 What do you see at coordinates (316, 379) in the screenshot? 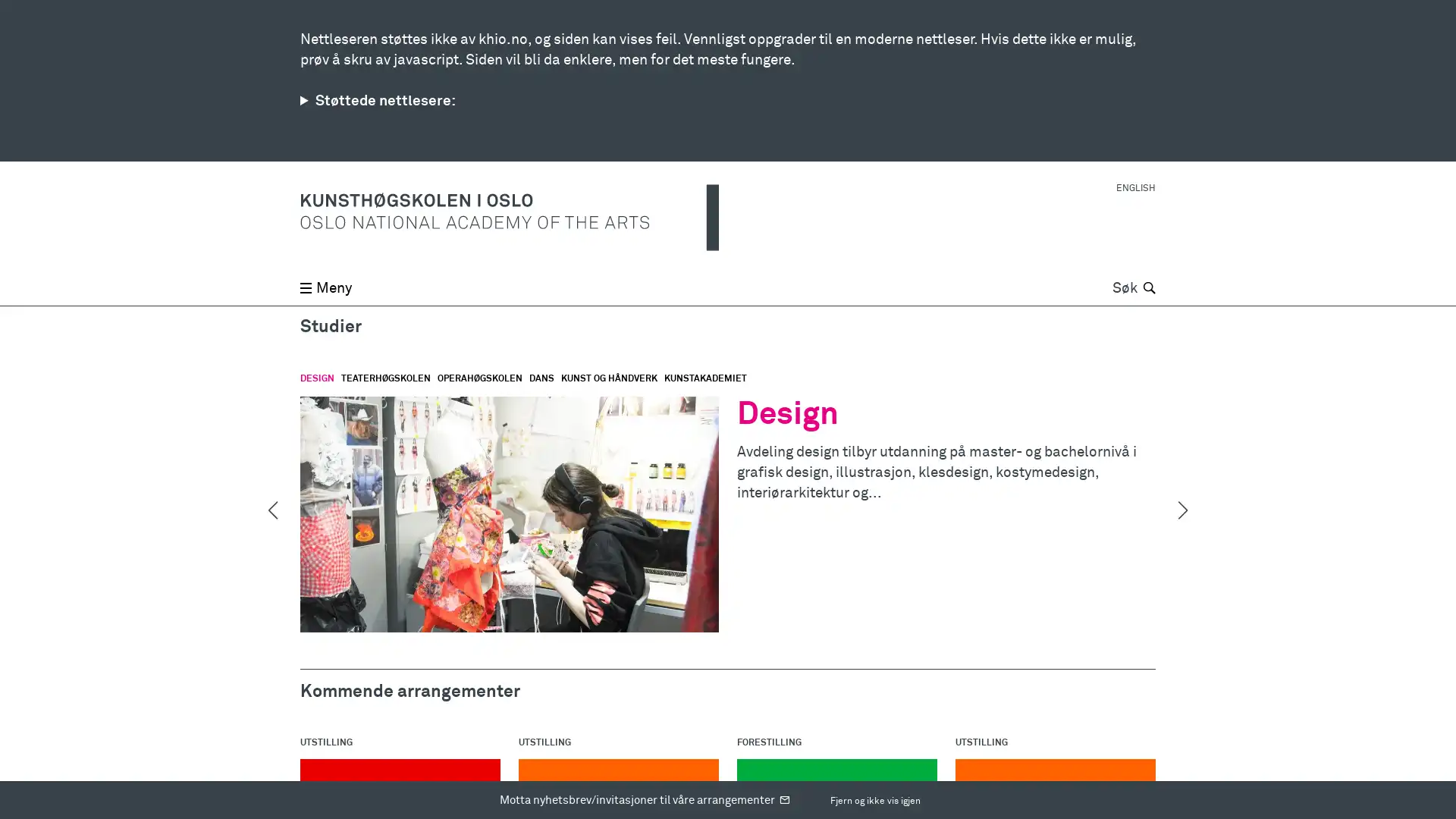
I see `DESIGN` at bounding box center [316, 379].